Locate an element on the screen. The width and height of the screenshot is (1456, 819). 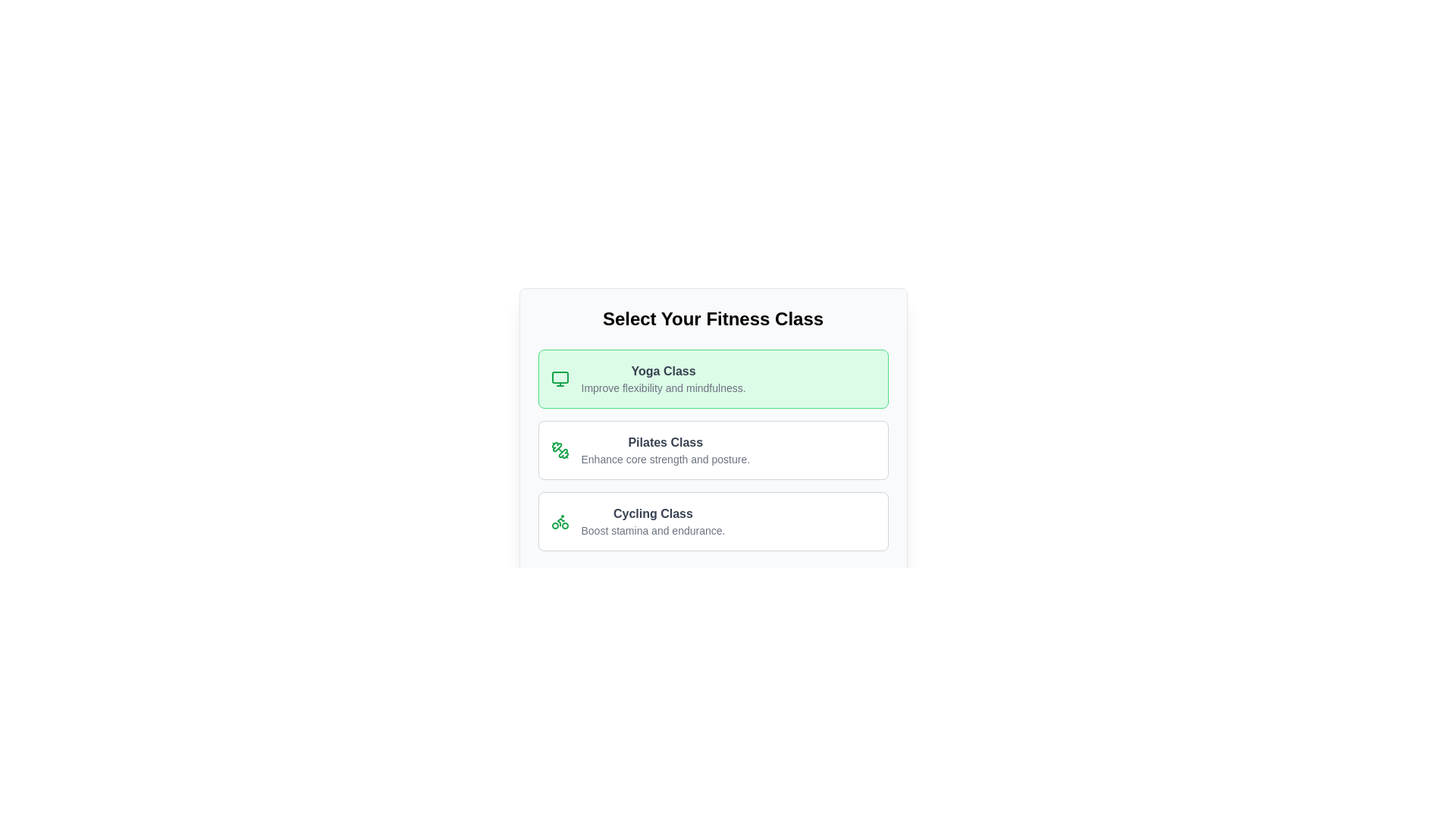
the Informational block for the Pilates class, which is the second element in the list under 'Select Your Fitness Class', positioned below 'Yoga Class' and above 'Cycling Class' is located at coordinates (712, 450).